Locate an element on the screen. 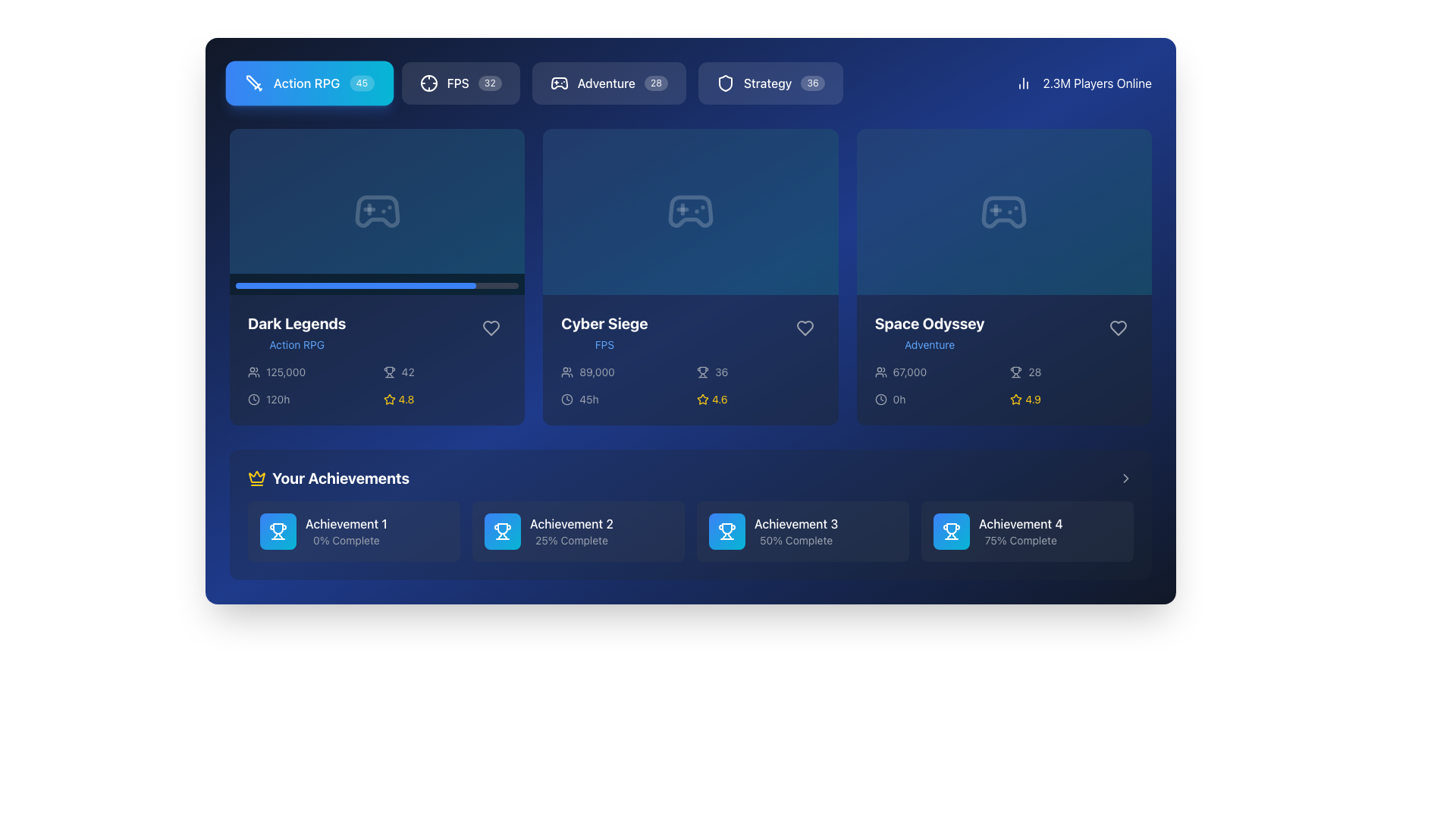  the heart-shaped icon located in the bottom right corner of the 'Cyber Siege' card is located at coordinates (804, 327).